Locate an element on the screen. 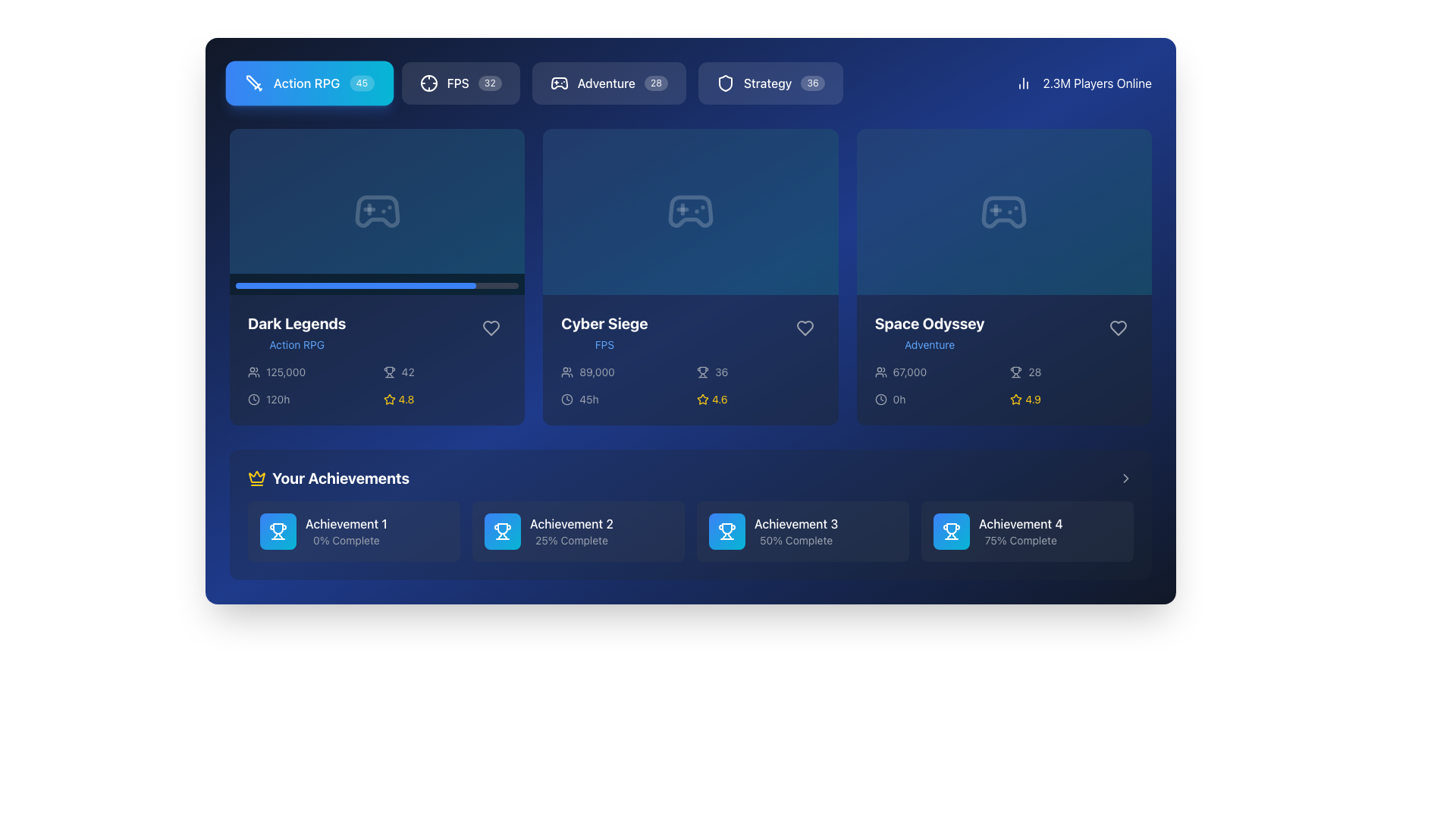  the heart-shaped icon located in the bottom right corner of the 'Cyber Siege' card is located at coordinates (804, 327).